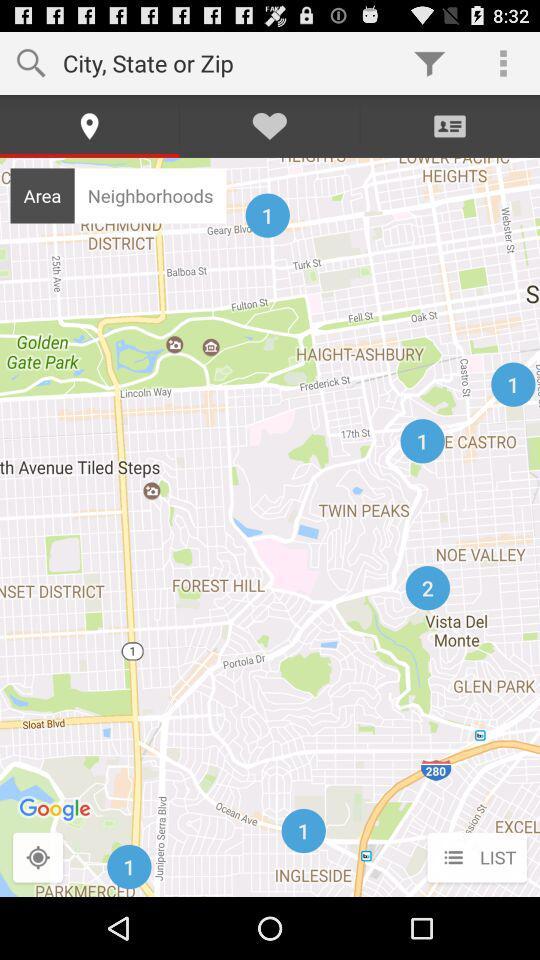  What do you see at coordinates (42, 195) in the screenshot?
I see `area icon` at bounding box center [42, 195].